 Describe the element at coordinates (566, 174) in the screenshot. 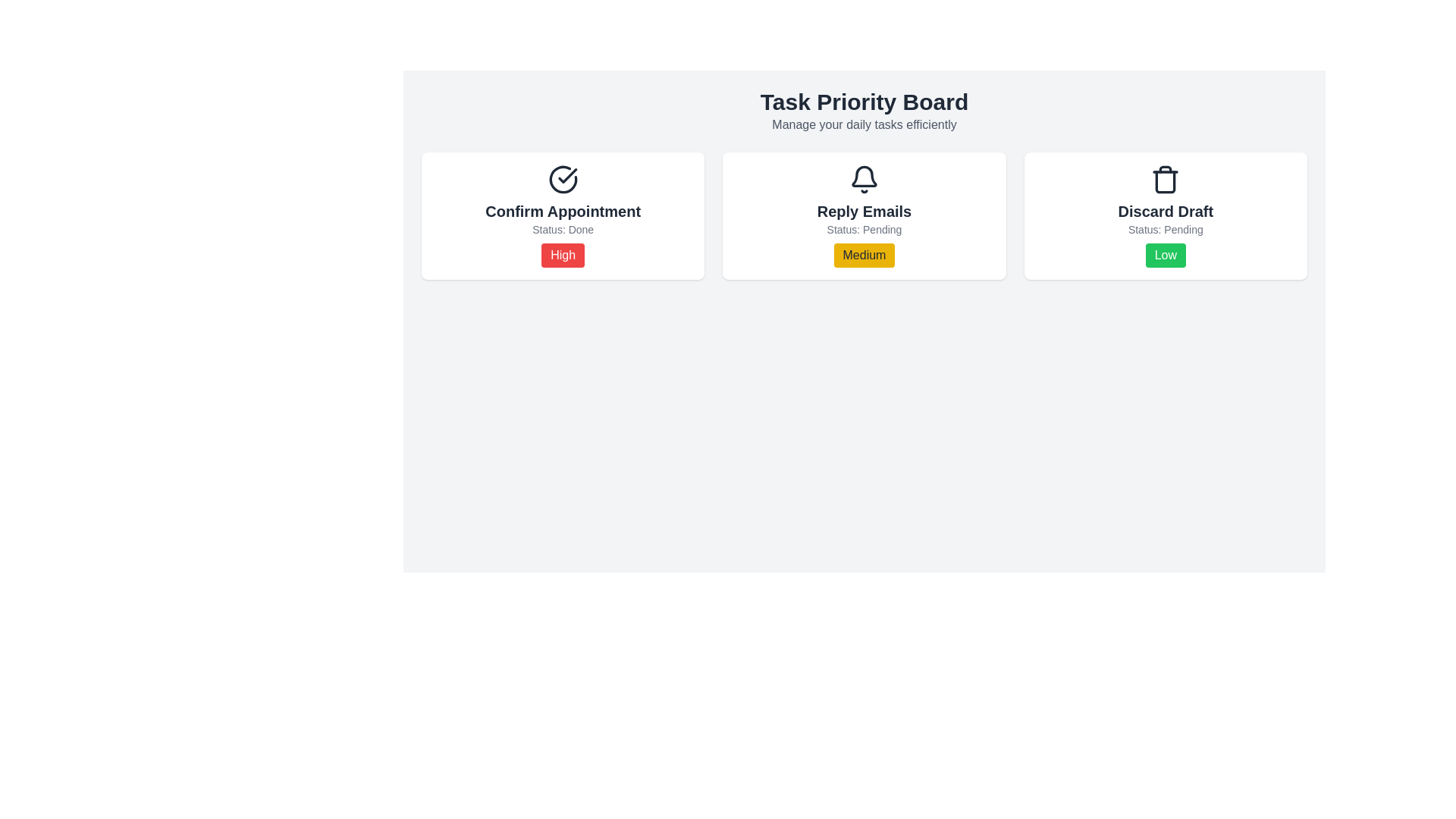

I see `the checkmark icon representing the completion status of the 'Confirm Appointment' task` at that location.